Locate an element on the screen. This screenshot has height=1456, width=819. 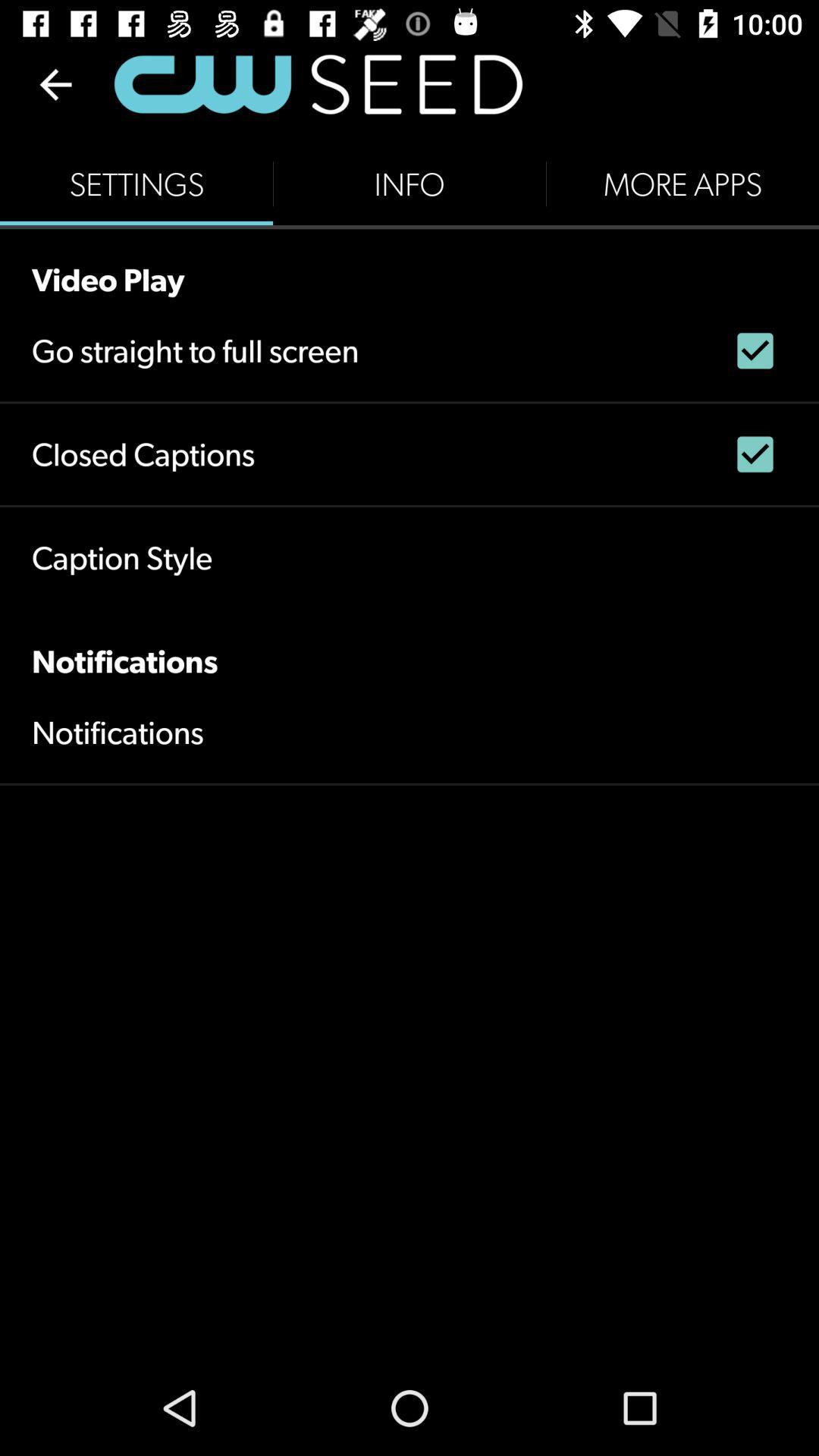
the icon above settings icon is located at coordinates (55, 83).